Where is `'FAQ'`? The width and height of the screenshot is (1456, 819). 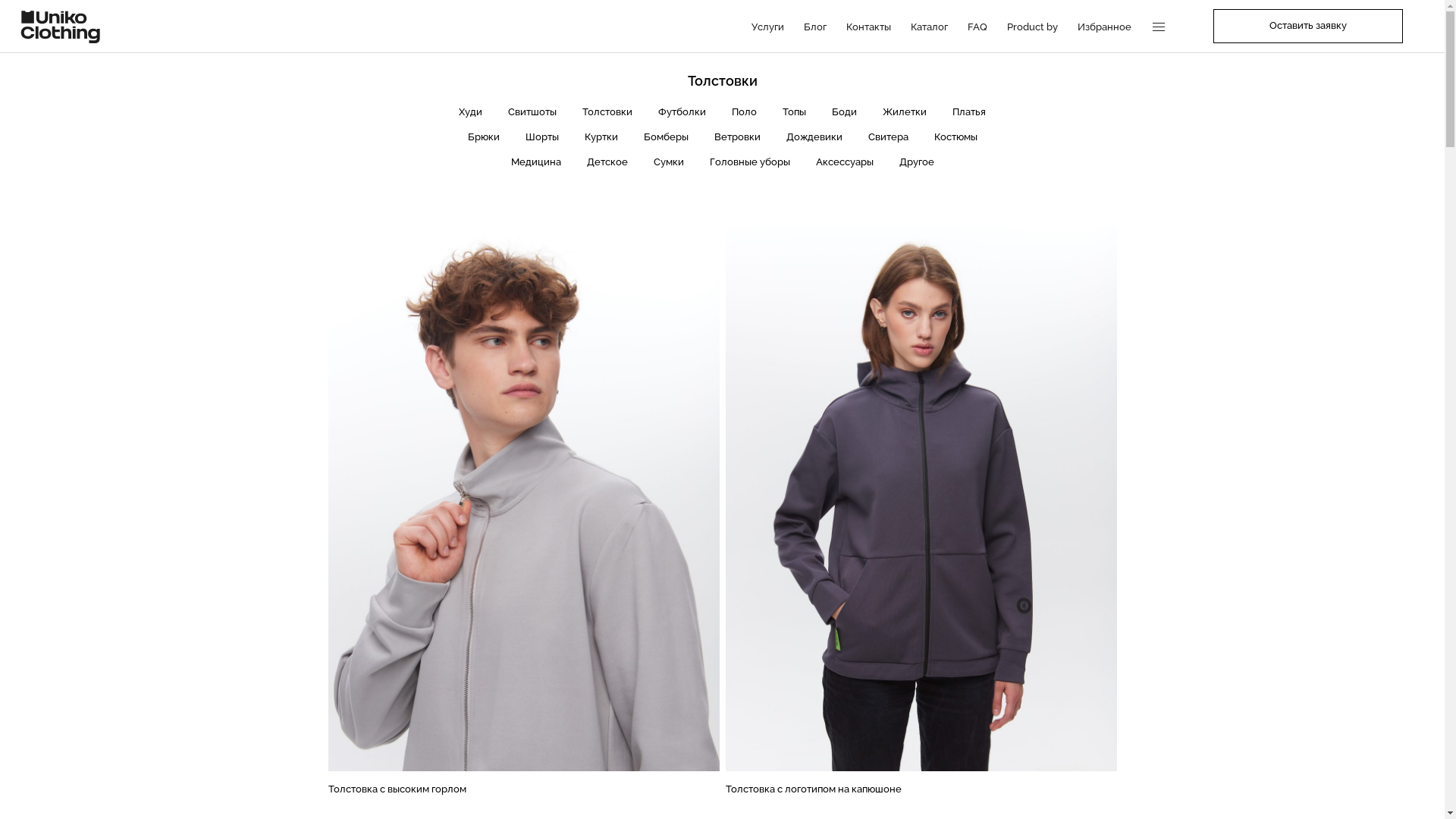
'FAQ' is located at coordinates (964, 26).